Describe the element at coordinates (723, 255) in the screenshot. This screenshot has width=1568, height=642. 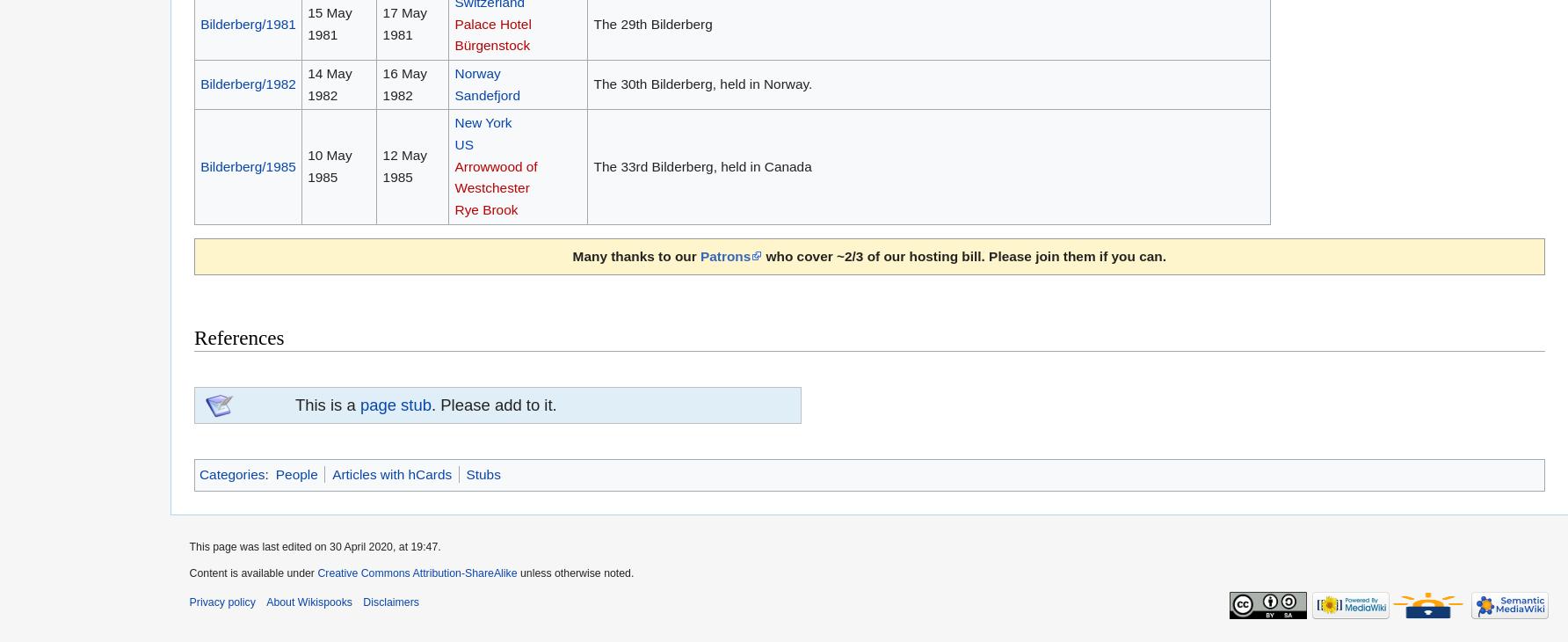
I see `'Patrons'` at that location.